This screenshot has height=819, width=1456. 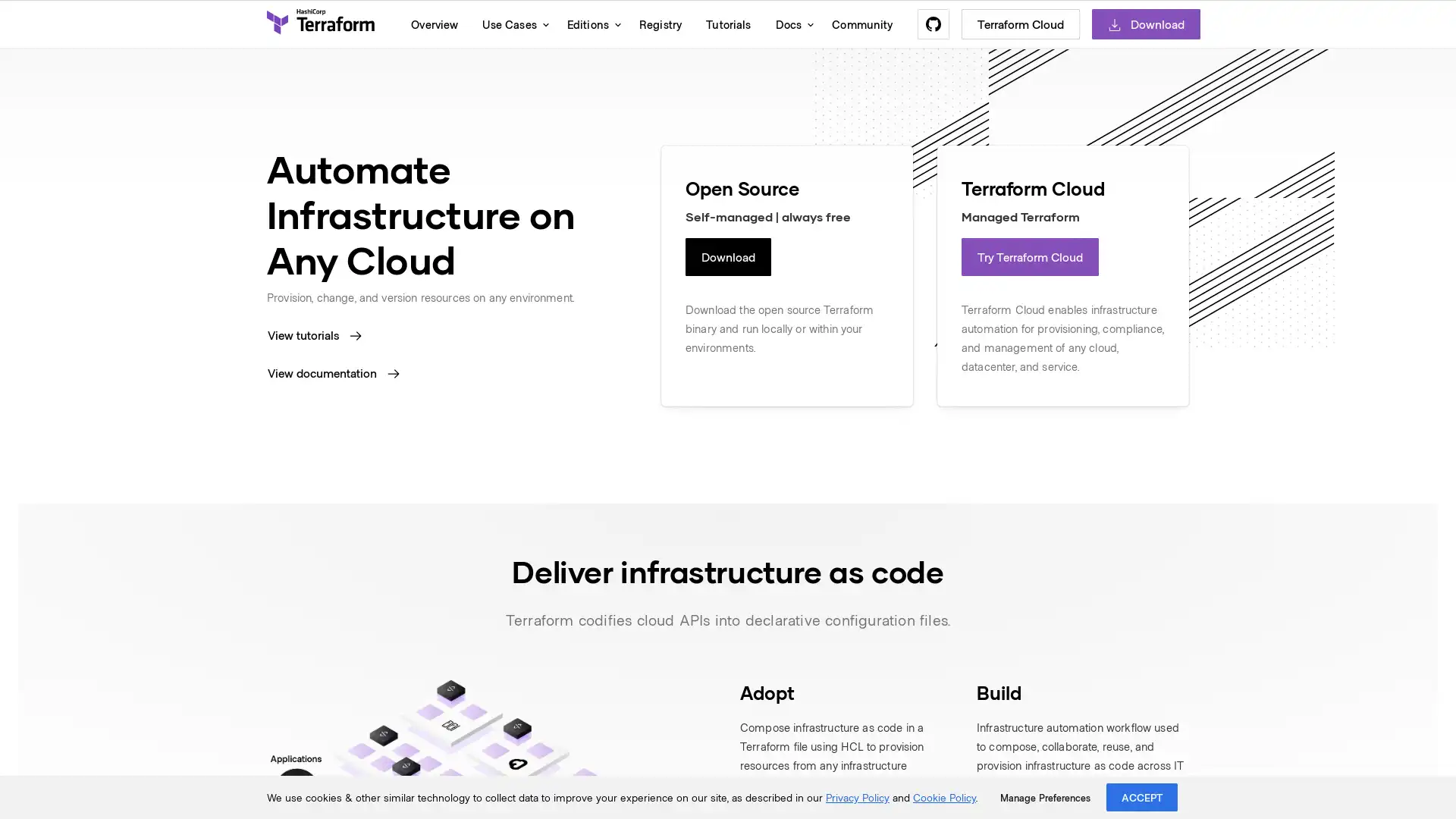 I want to click on ACCEPT, so click(x=1142, y=796).